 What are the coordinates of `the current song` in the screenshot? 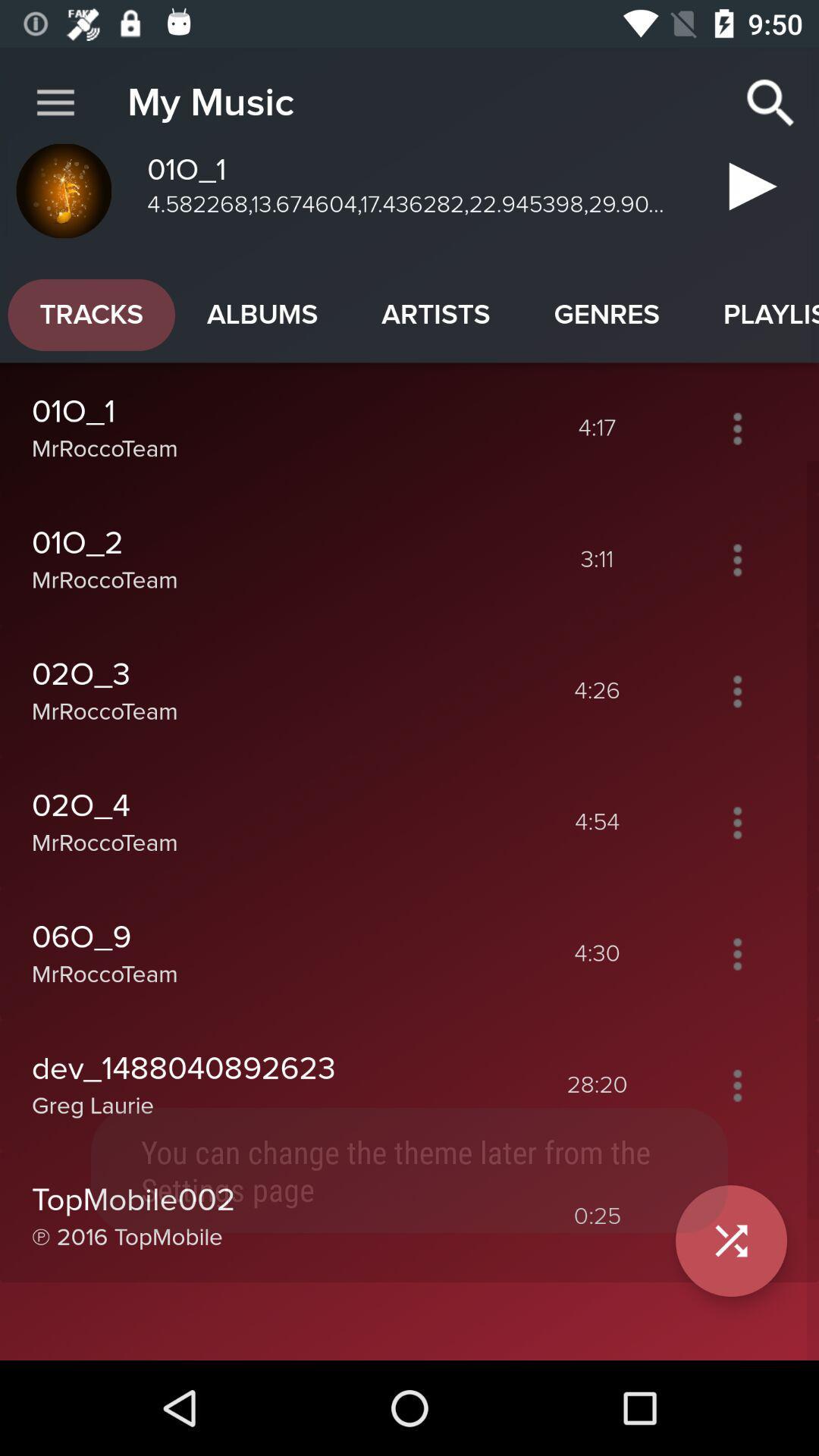 It's located at (746, 192).